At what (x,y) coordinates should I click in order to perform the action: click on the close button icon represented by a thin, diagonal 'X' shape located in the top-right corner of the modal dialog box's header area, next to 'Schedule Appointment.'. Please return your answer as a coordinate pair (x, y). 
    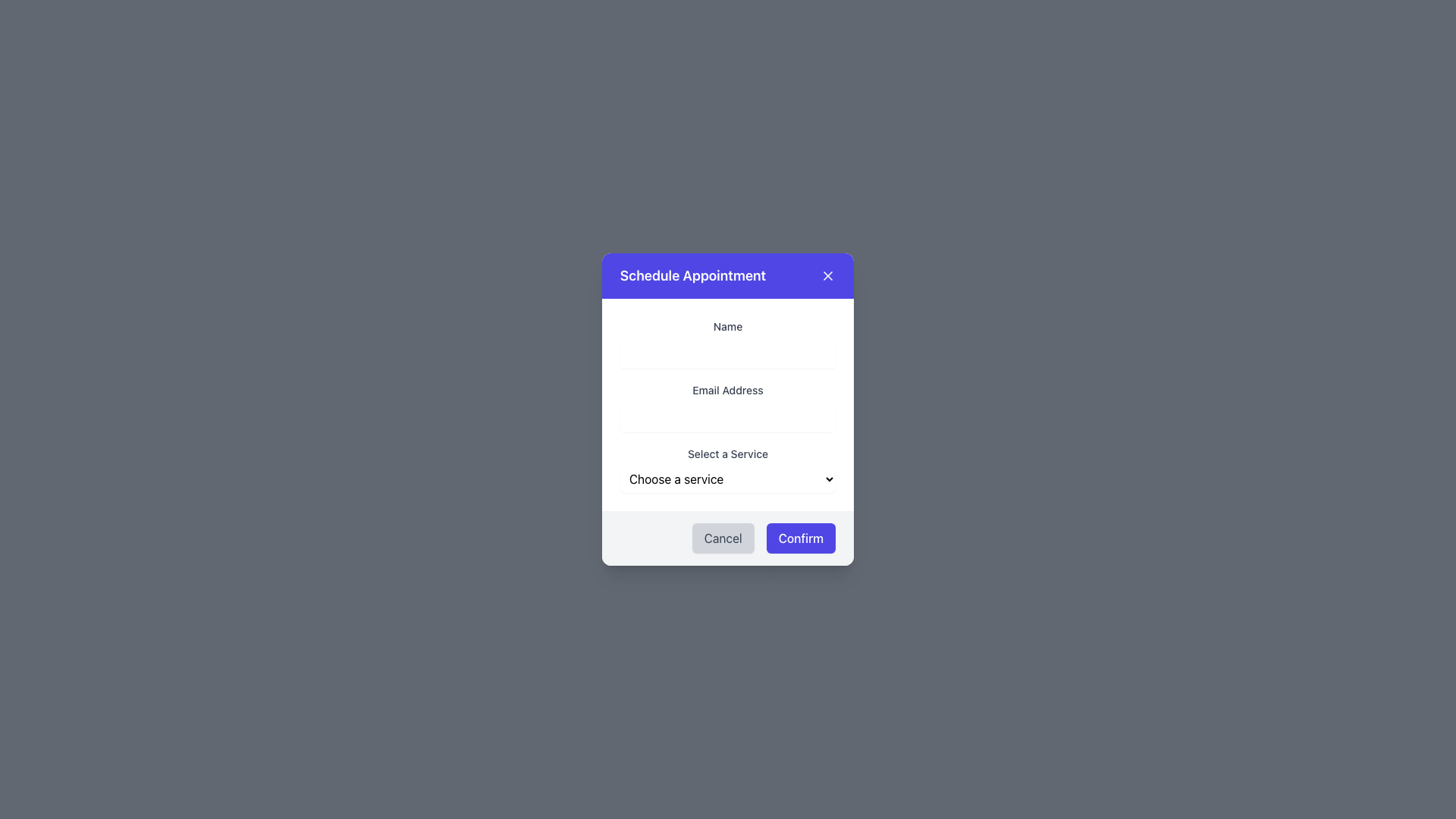
    Looking at the image, I should click on (827, 275).